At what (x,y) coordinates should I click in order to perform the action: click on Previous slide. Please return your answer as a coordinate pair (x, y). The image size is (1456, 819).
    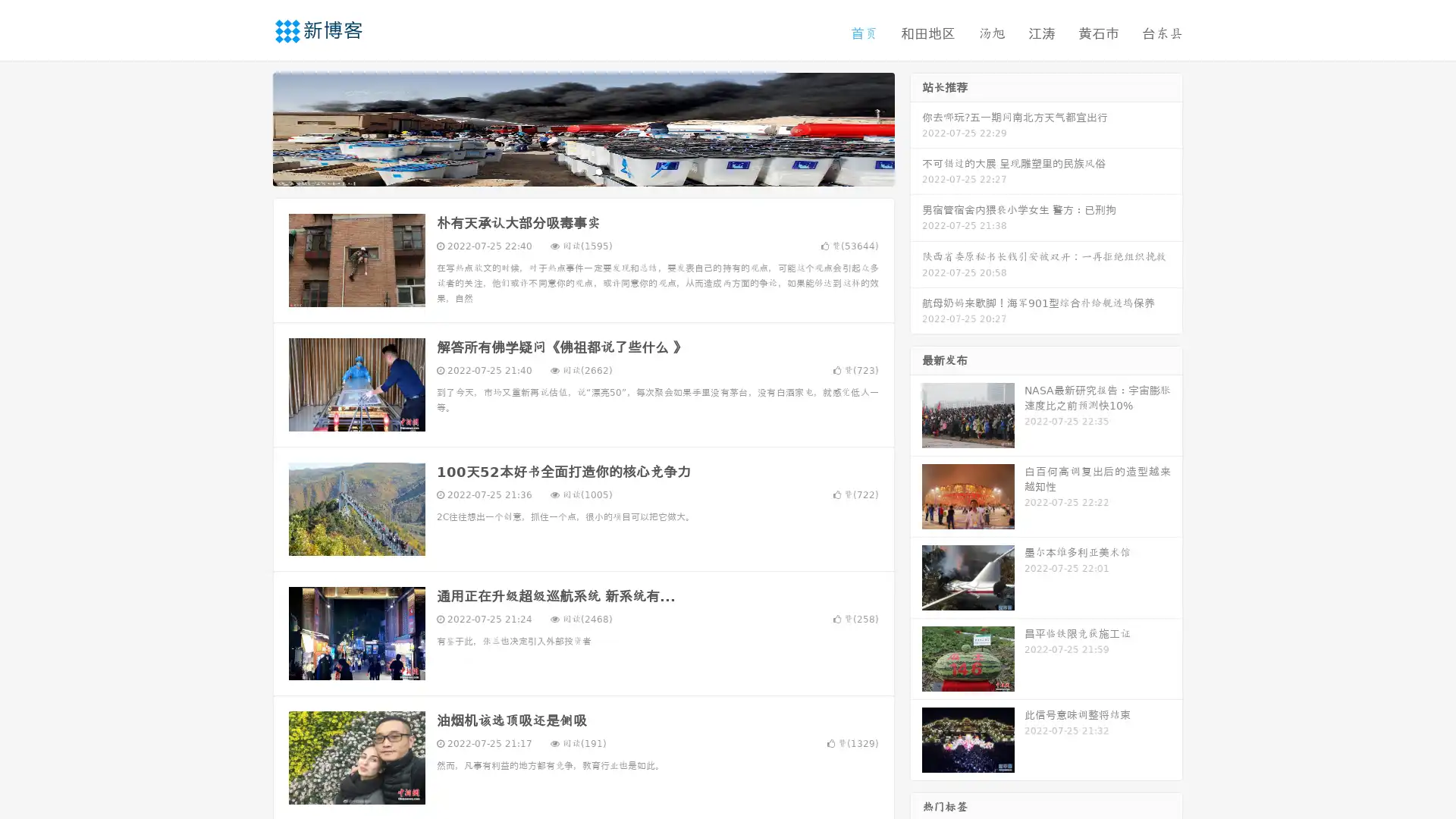
    Looking at the image, I should click on (250, 127).